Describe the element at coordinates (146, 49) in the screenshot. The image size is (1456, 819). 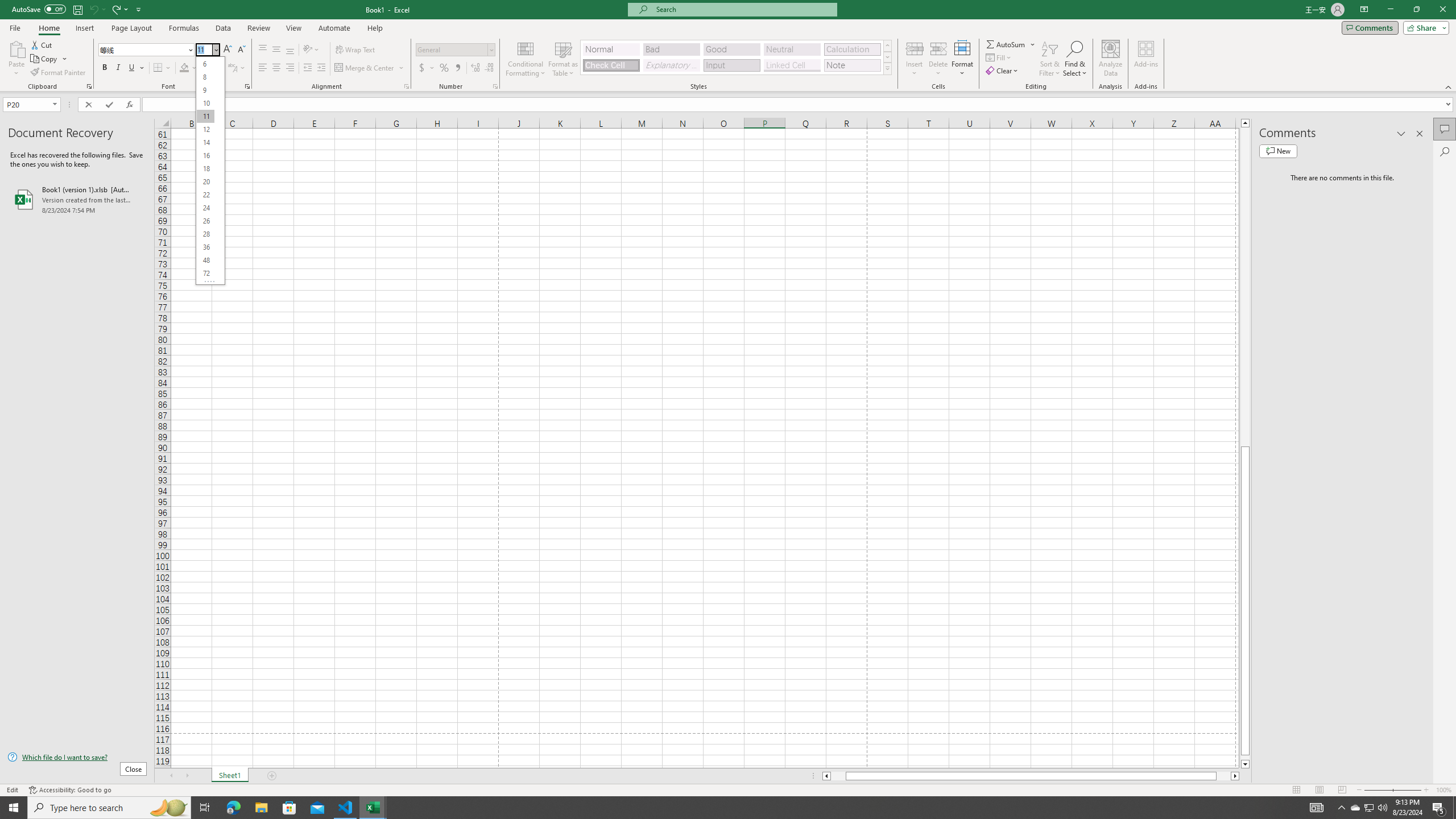
I see `'Font'` at that location.